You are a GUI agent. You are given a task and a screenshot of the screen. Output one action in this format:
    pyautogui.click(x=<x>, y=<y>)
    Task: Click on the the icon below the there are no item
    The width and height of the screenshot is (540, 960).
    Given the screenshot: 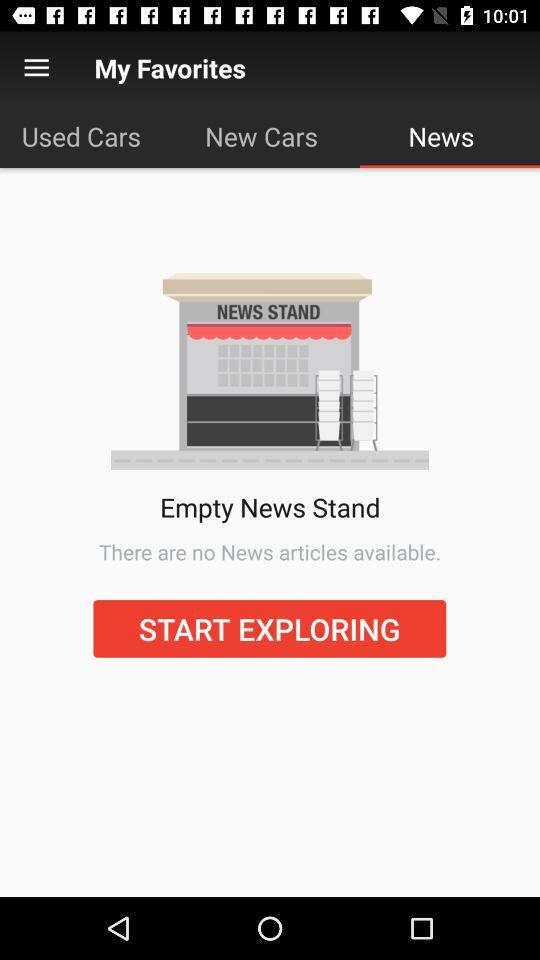 What is the action you would take?
    pyautogui.click(x=269, y=627)
    